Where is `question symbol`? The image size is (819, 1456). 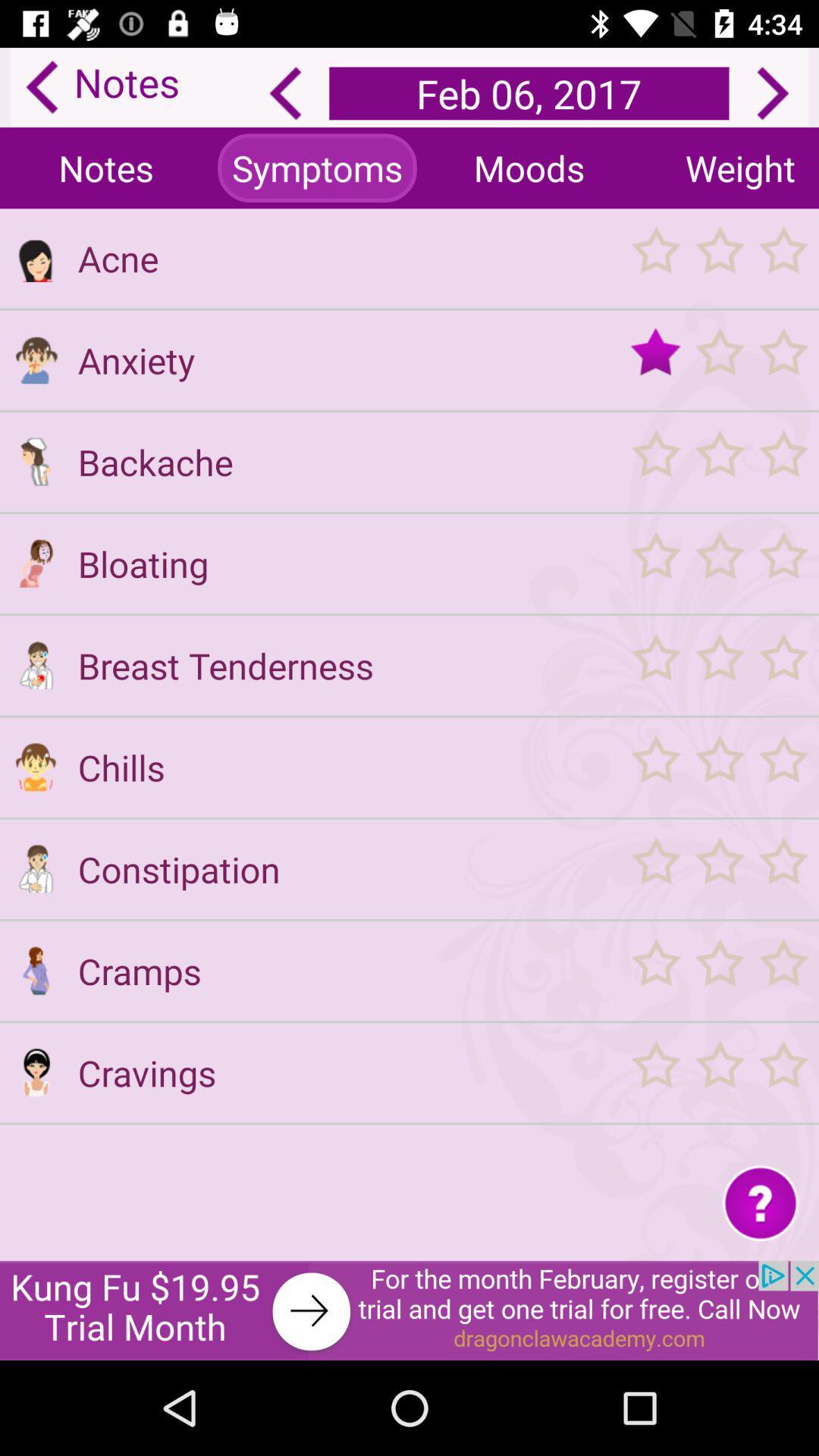 question symbol is located at coordinates (761, 1201).